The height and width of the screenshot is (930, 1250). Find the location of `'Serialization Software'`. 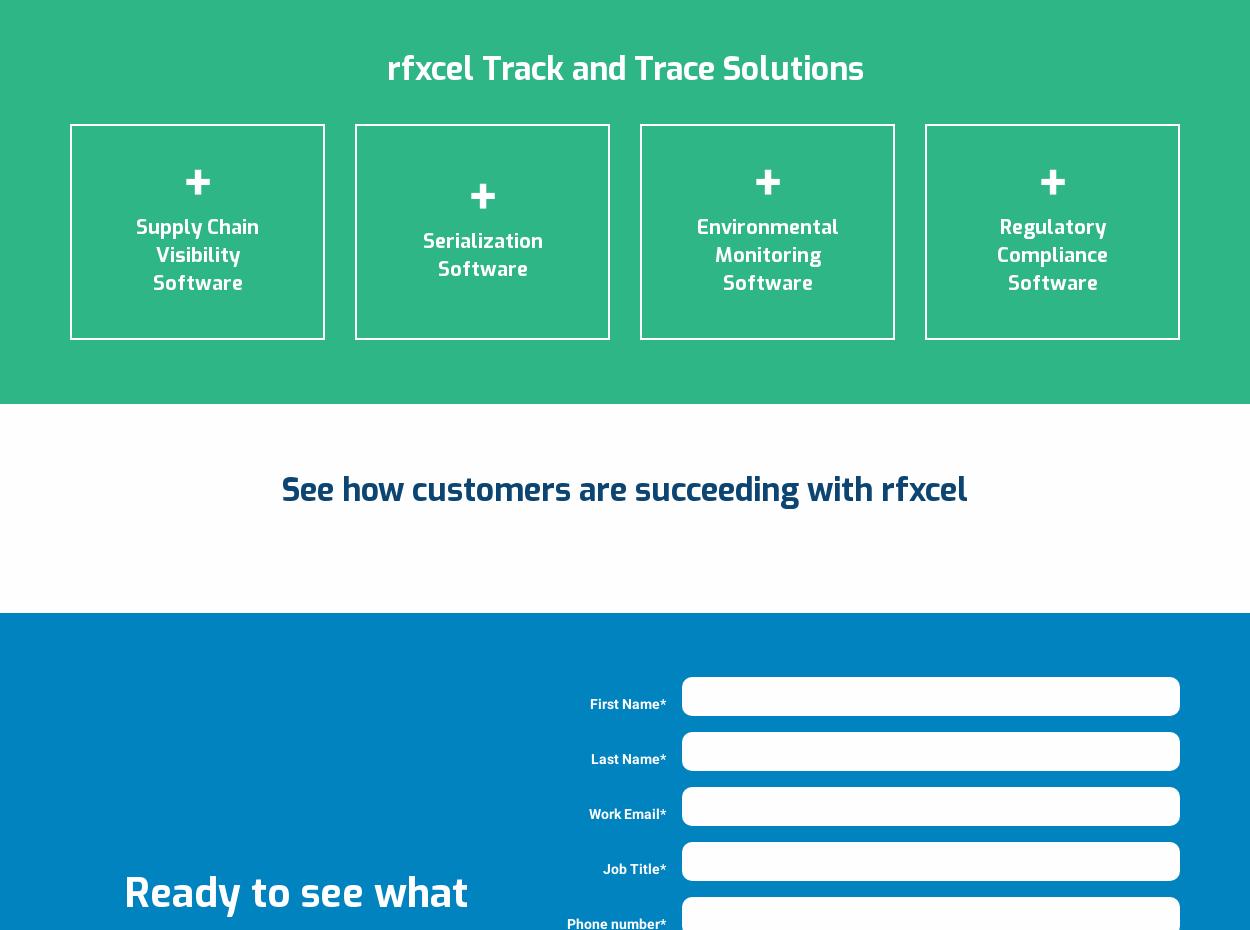

'Serialization Software' is located at coordinates (422, 254).